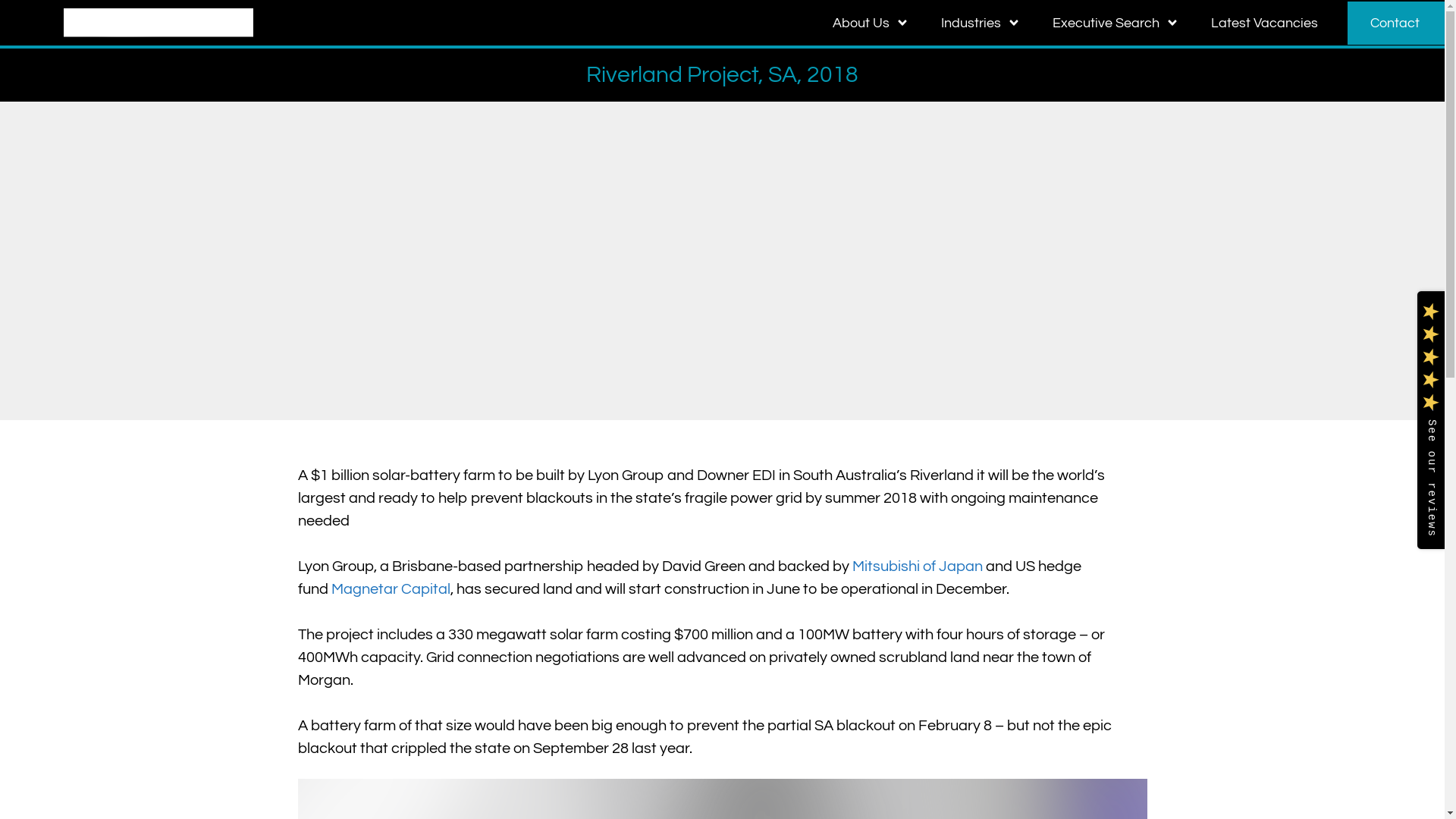 The image size is (1456, 819). I want to click on 'About Us', so click(862, 22).